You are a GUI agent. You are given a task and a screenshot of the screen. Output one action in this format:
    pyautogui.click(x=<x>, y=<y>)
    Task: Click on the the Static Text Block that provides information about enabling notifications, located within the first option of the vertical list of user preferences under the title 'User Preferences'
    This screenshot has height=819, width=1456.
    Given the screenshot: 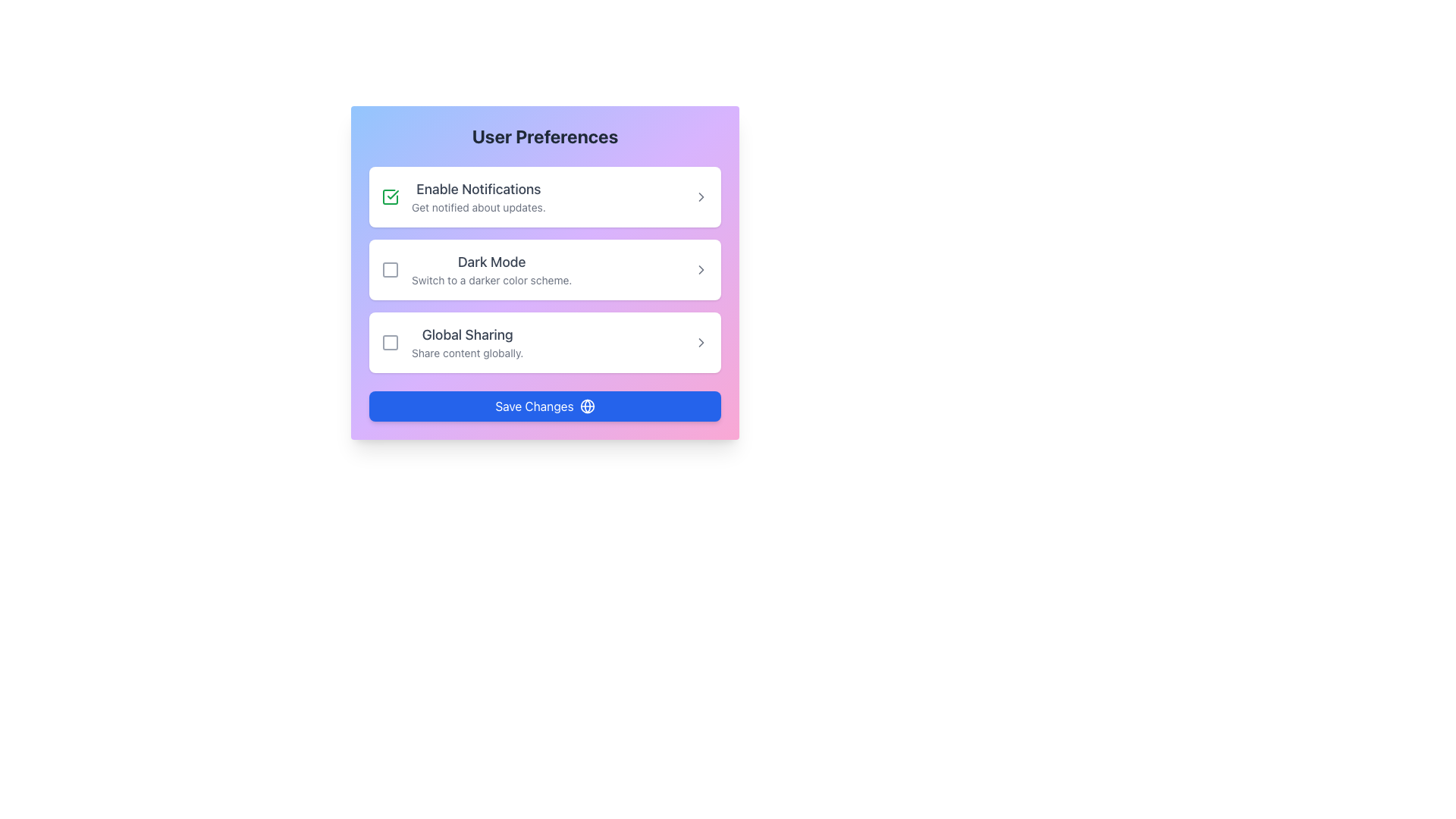 What is the action you would take?
    pyautogui.click(x=478, y=196)
    